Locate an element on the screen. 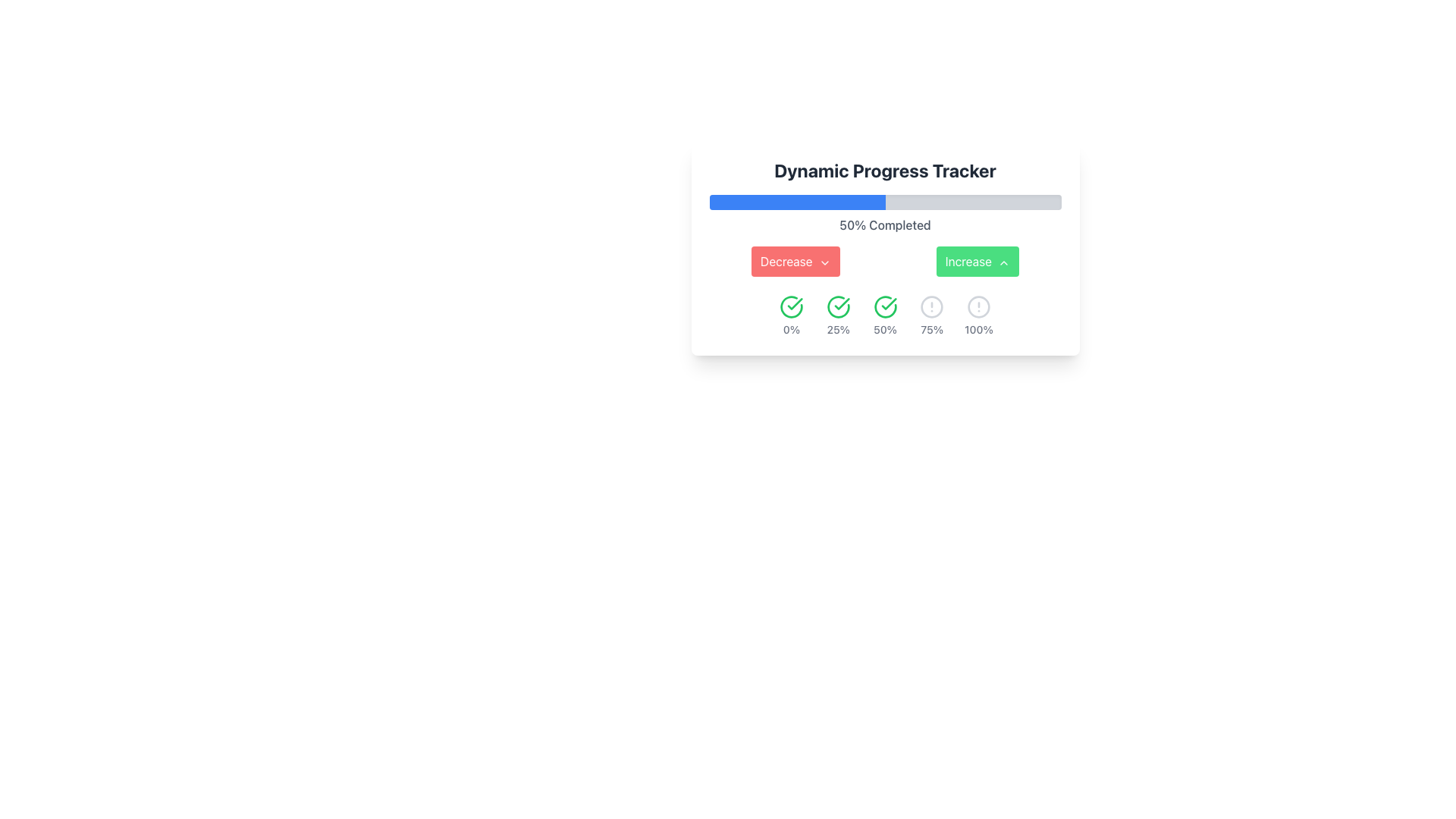 Image resolution: width=1456 pixels, height=819 pixels. the Circle element in the SVG graphic that serves as a visual indicator for progress tracking, located centrally at the bottom of the card layout is located at coordinates (979, 307).